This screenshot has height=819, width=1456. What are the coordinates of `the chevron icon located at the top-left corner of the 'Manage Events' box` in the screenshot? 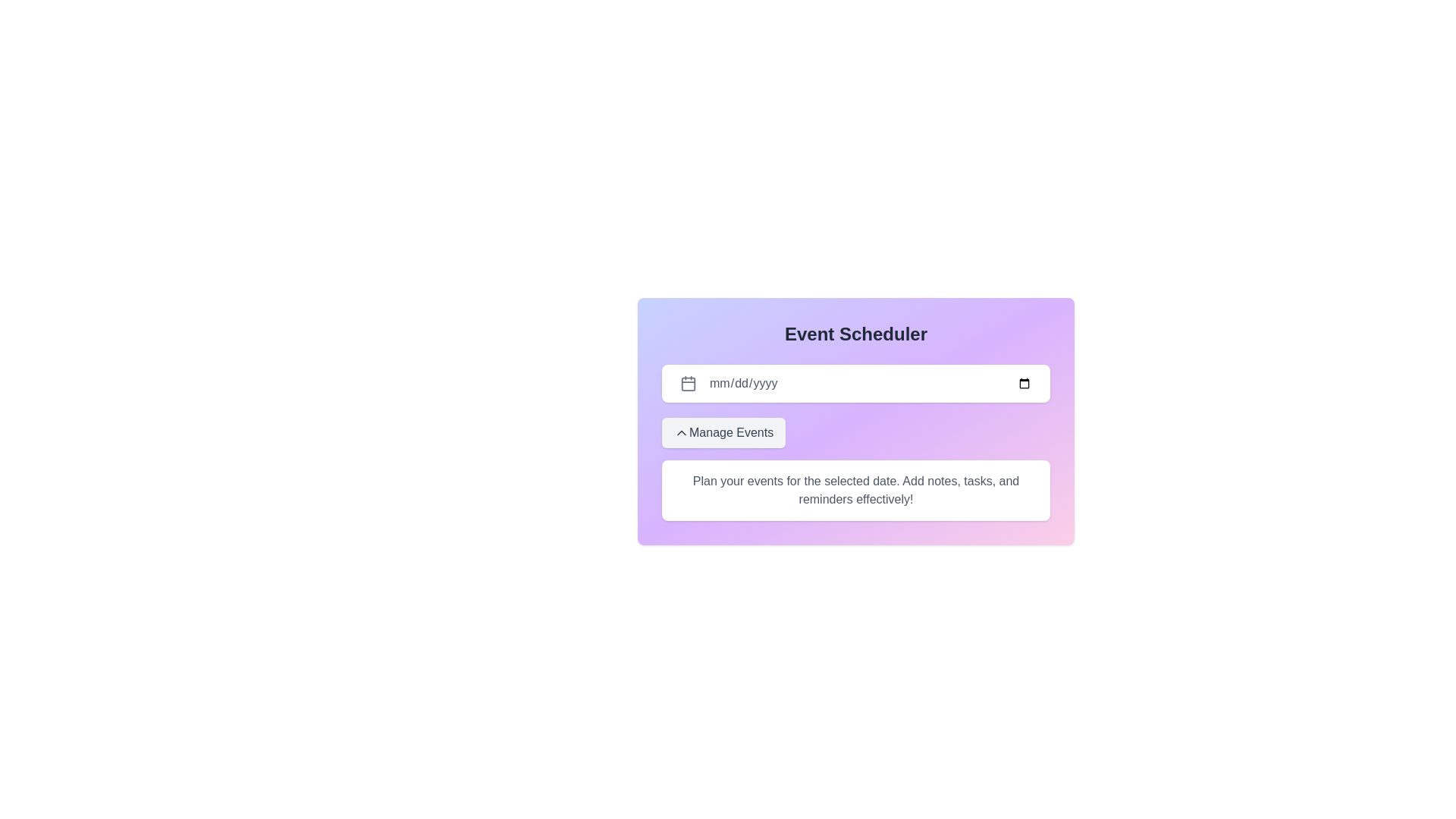 It's located at (680, 432).